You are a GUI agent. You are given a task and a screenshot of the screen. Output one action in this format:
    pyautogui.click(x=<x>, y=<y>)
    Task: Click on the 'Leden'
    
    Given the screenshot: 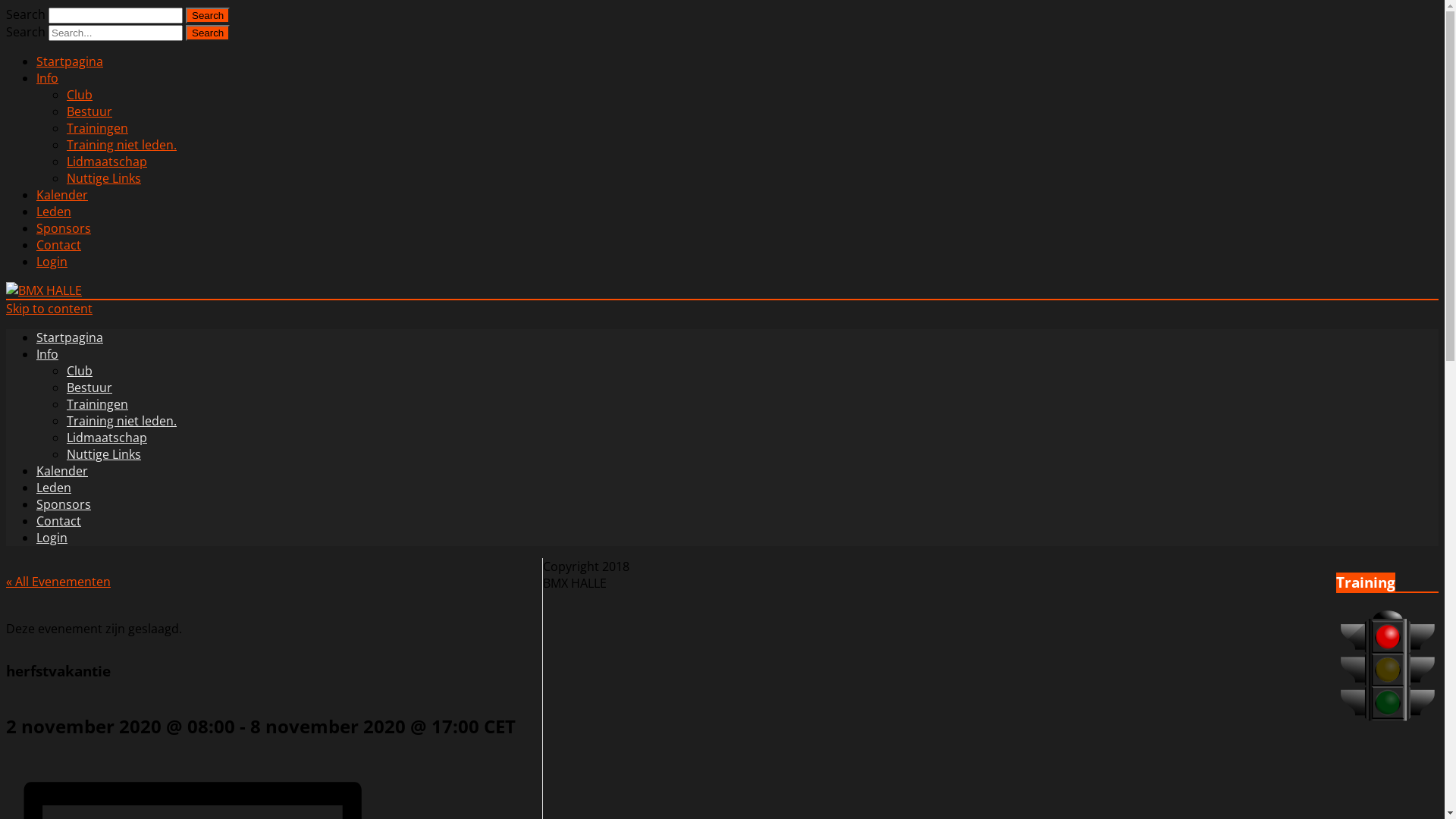 What is the action you would take?
    pyautogui.click(x=54, y=488)
    